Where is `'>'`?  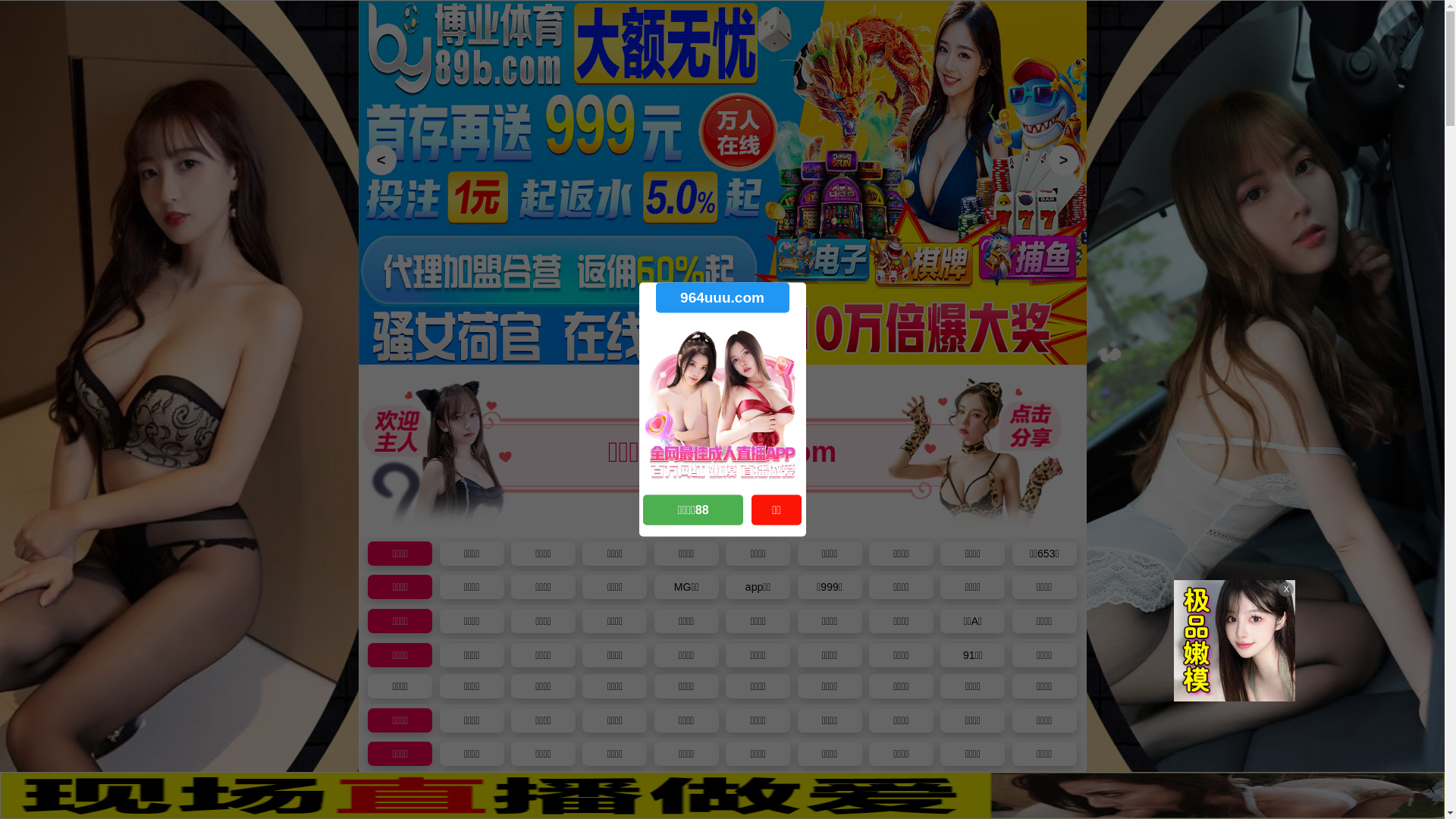 '>' is located at coordinates (1062, 160).